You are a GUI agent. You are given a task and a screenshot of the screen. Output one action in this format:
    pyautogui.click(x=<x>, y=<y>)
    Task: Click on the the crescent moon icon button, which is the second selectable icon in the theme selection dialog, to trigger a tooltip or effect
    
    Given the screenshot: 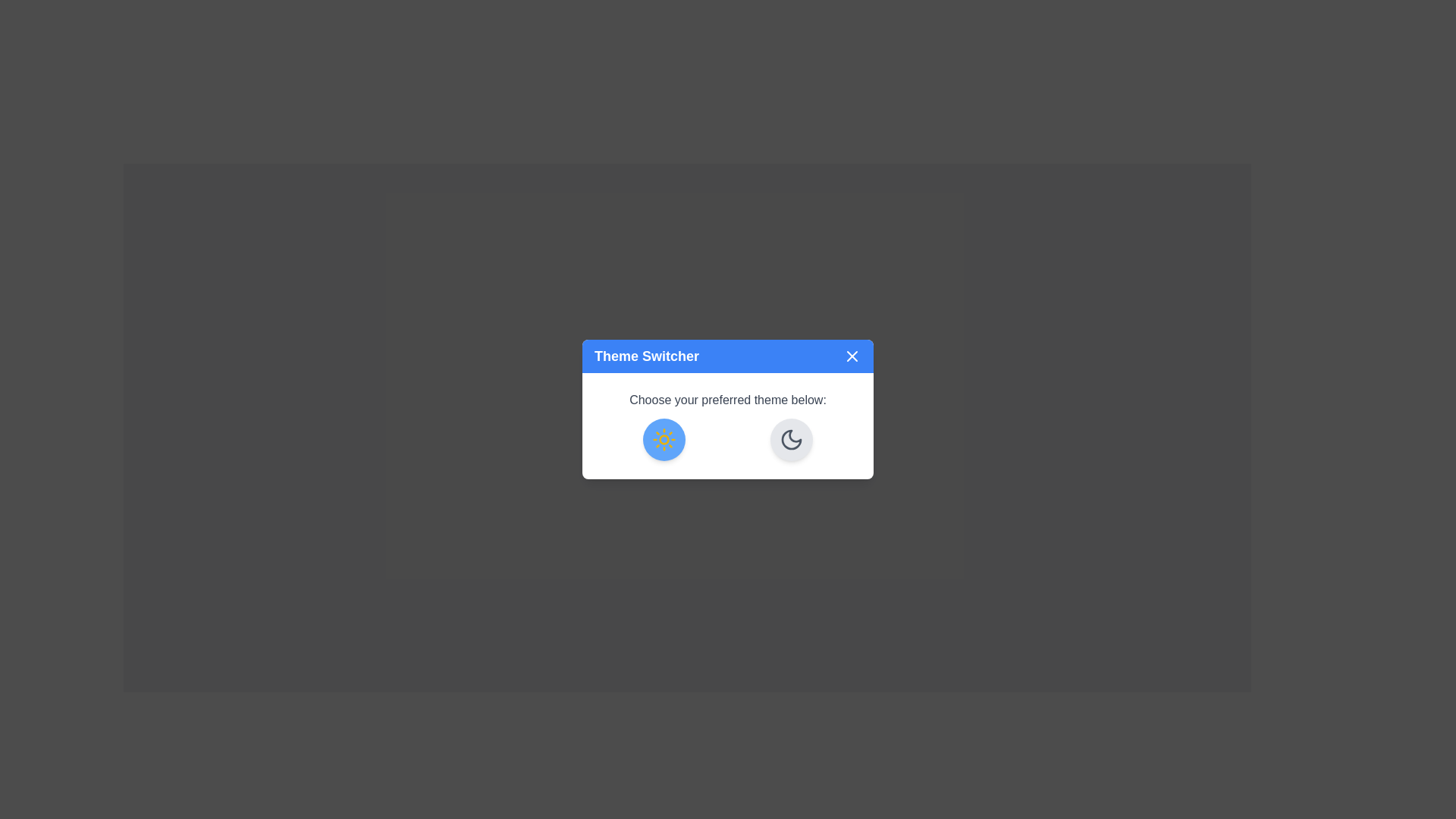 What is the action you would take?
    pyautogui.click(x=790, y=439)
    